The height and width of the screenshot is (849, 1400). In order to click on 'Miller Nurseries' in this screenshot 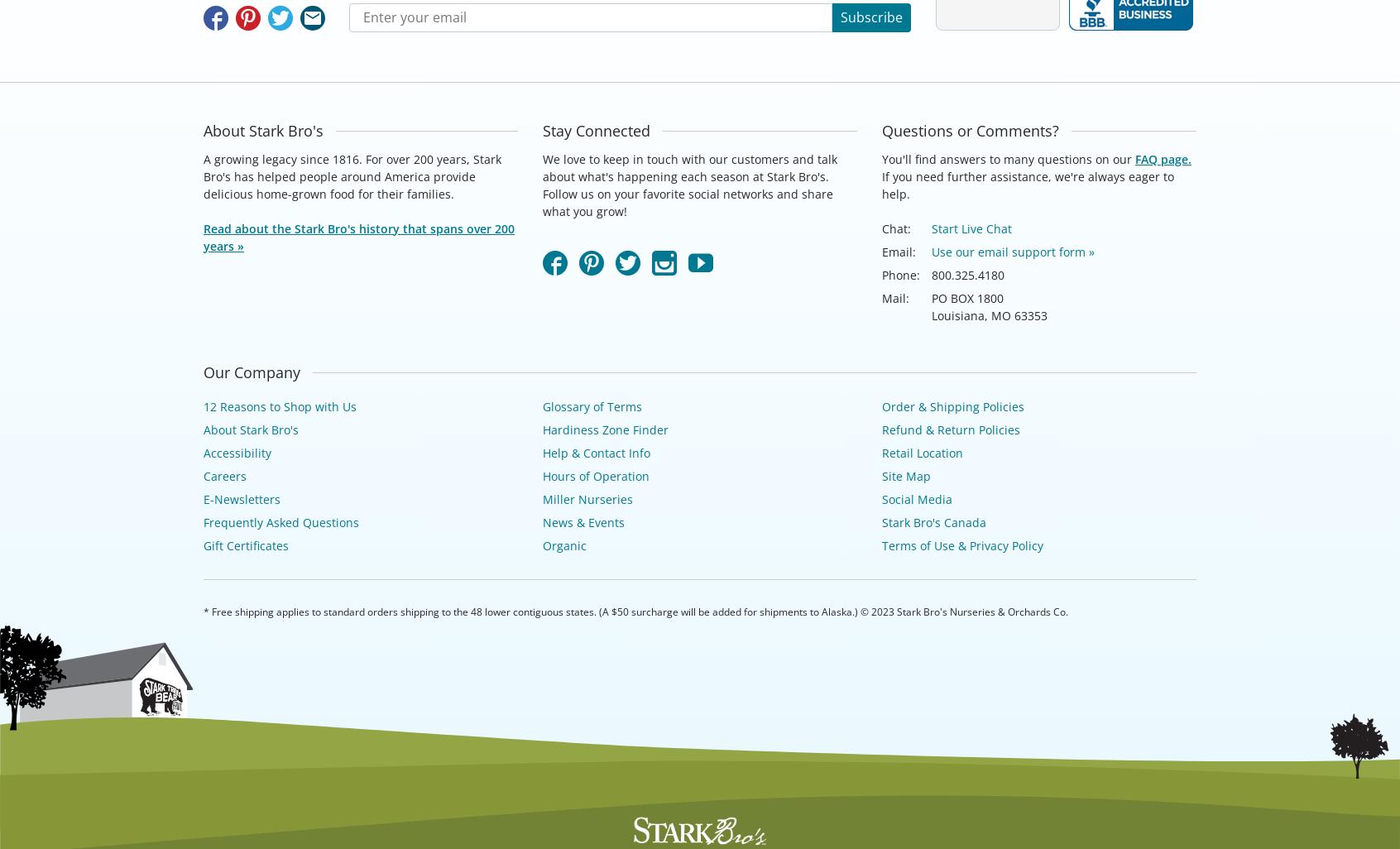, I will do `click(587, 497)`.